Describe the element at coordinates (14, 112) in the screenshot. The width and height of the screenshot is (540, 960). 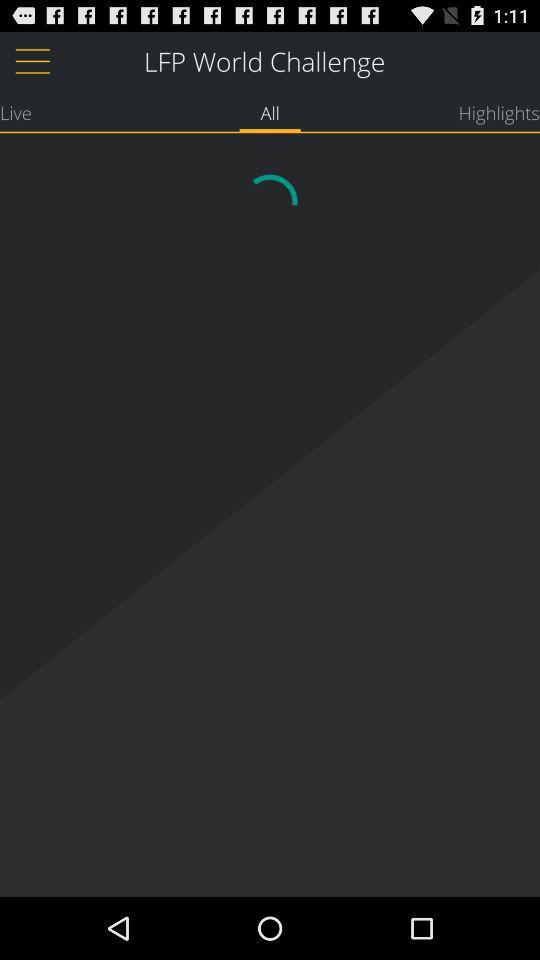
I see `the icon next to all icon` at that location.